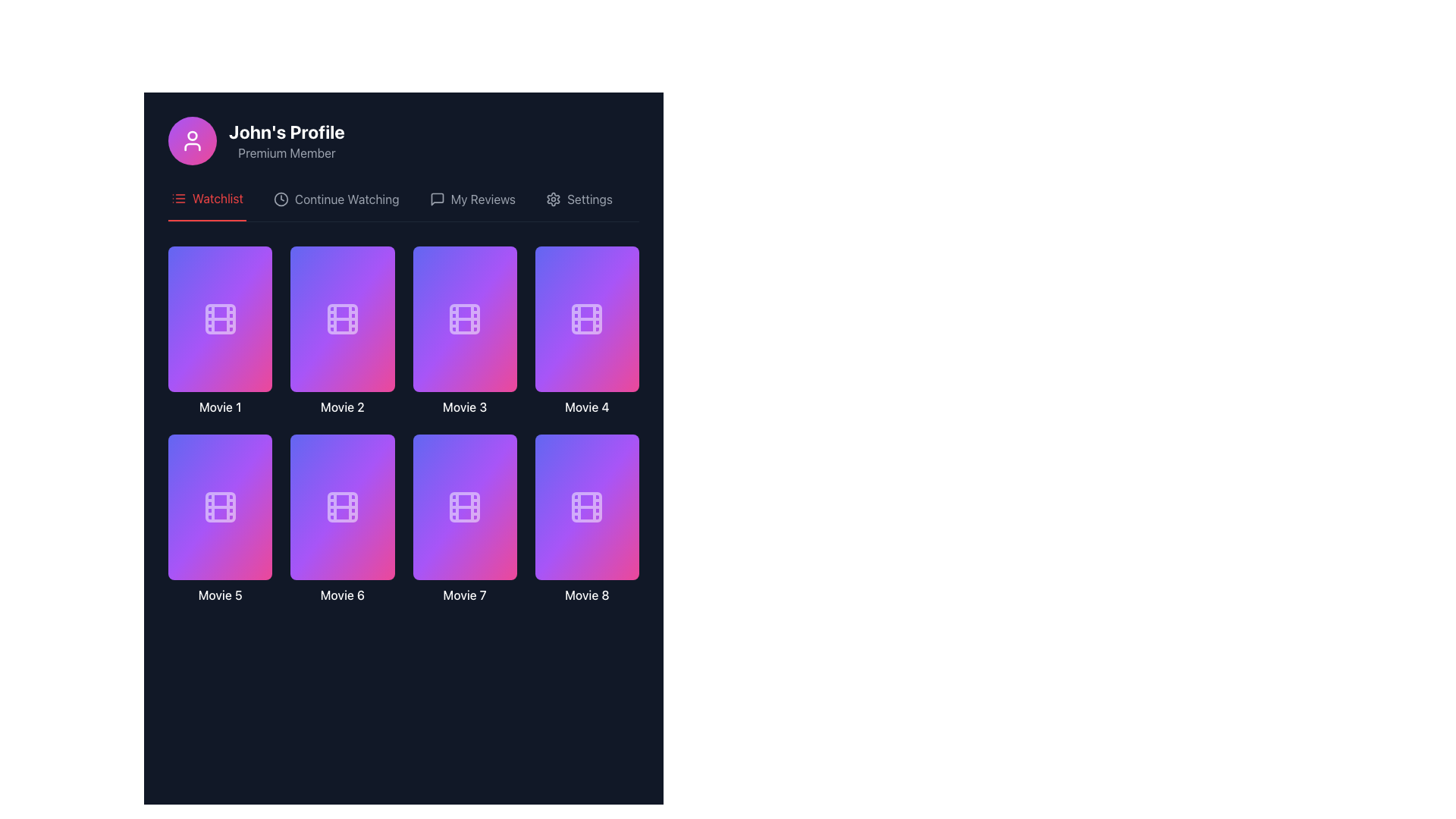 The height and width of the screenshot is (819, 1456). What do you see at coordinates (219, 507) in the screenshot?
I see `the graphical design of the central film icon in the 'Movie 5' card, located in the fifth grid item of the second row in the media library interface` at bounding box center [219, 507].